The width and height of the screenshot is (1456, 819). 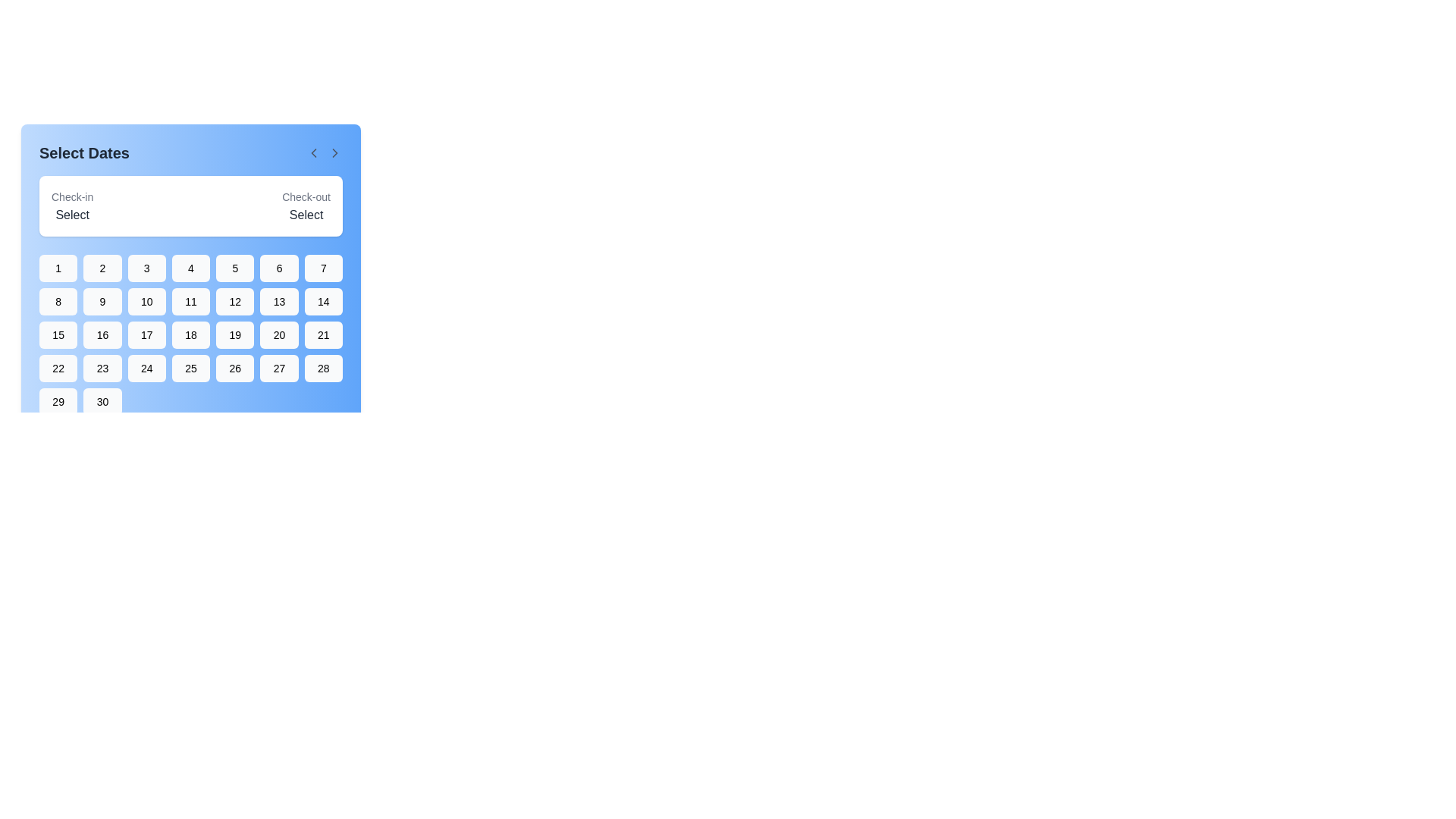 What do you see at coordinates (279, 334) in the screenshot?
I see `the selectable date button for '20'` at bounding box center [279, 334].